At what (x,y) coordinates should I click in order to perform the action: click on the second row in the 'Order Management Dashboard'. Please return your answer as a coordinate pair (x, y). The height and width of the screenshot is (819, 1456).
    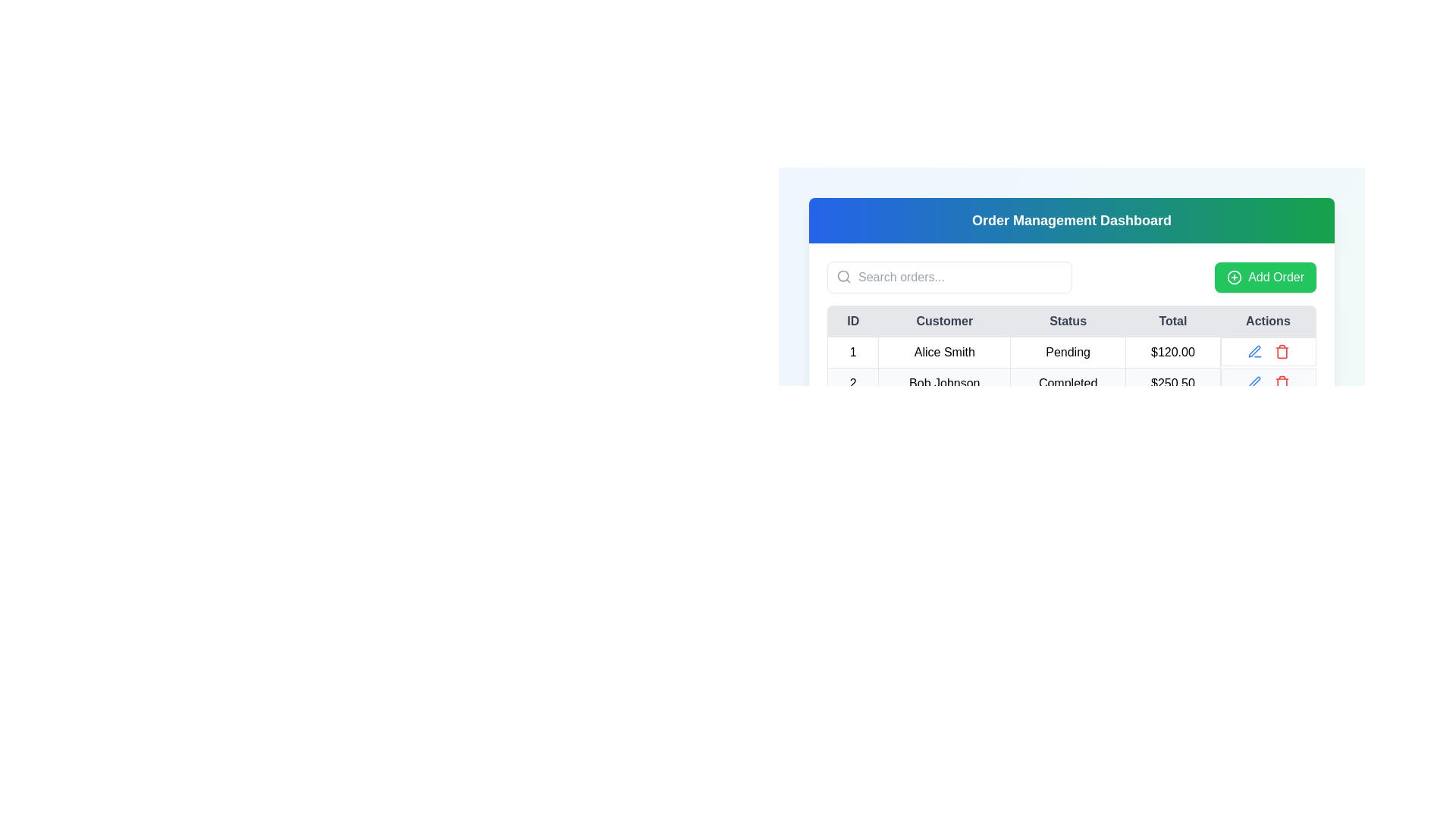
    Looking at the image, I should click on (1071, 382).